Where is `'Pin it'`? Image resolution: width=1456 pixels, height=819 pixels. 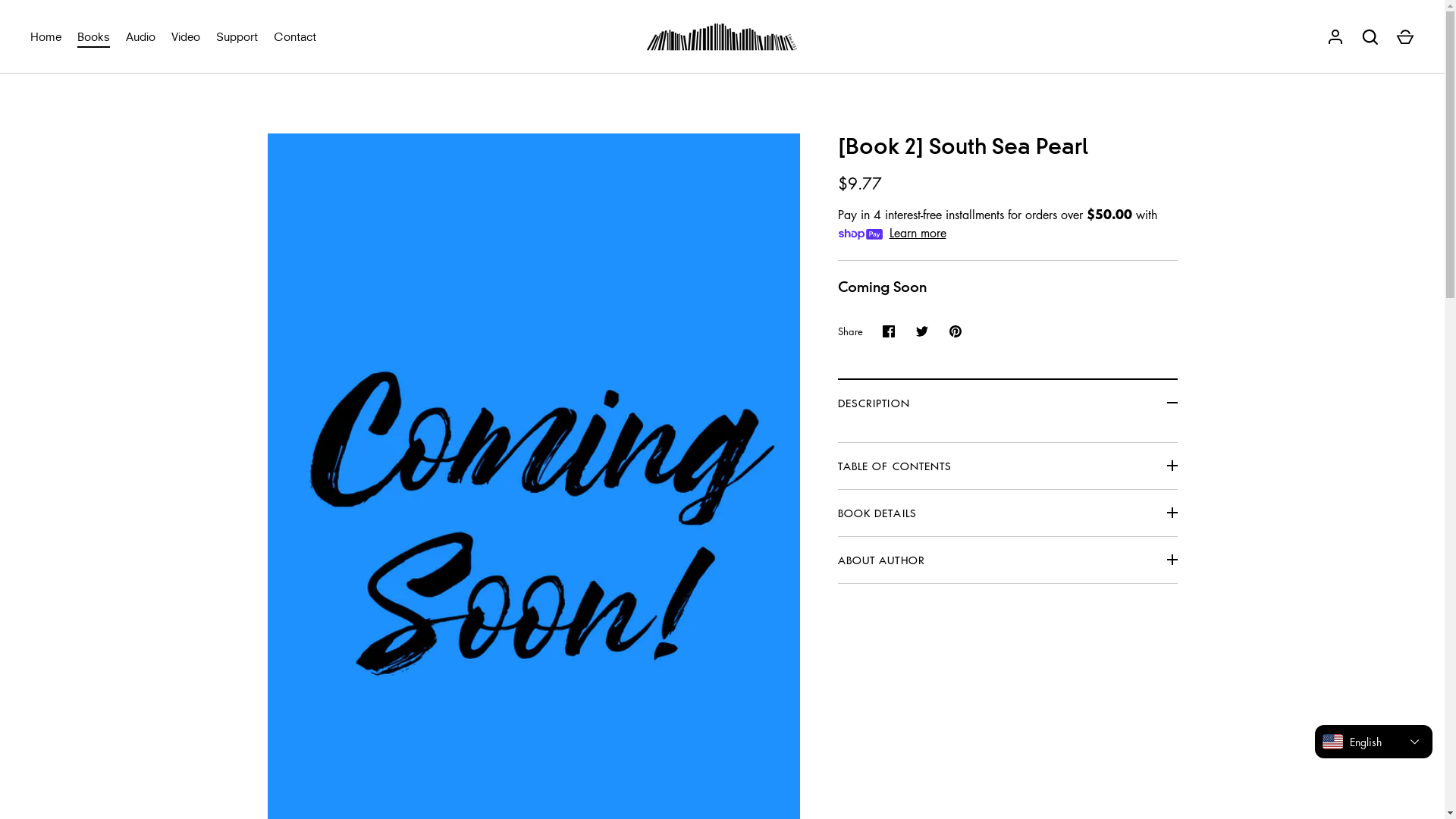
'Pin it' is located at coordinates (938, 330).